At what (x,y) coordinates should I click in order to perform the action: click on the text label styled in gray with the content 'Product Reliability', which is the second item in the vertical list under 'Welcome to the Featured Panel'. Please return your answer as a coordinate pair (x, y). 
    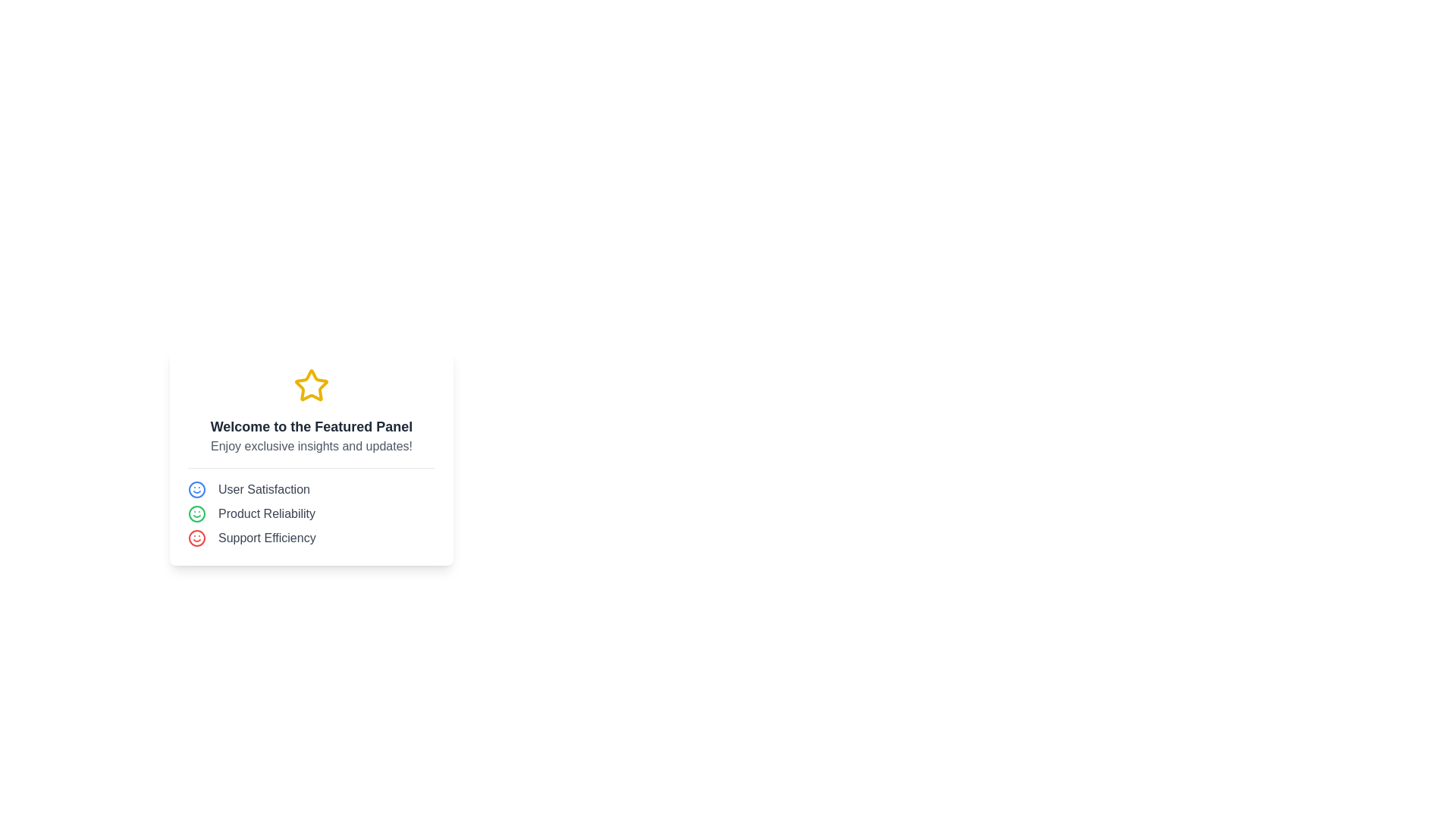
    Looking at the image, I should click on (266, 513).